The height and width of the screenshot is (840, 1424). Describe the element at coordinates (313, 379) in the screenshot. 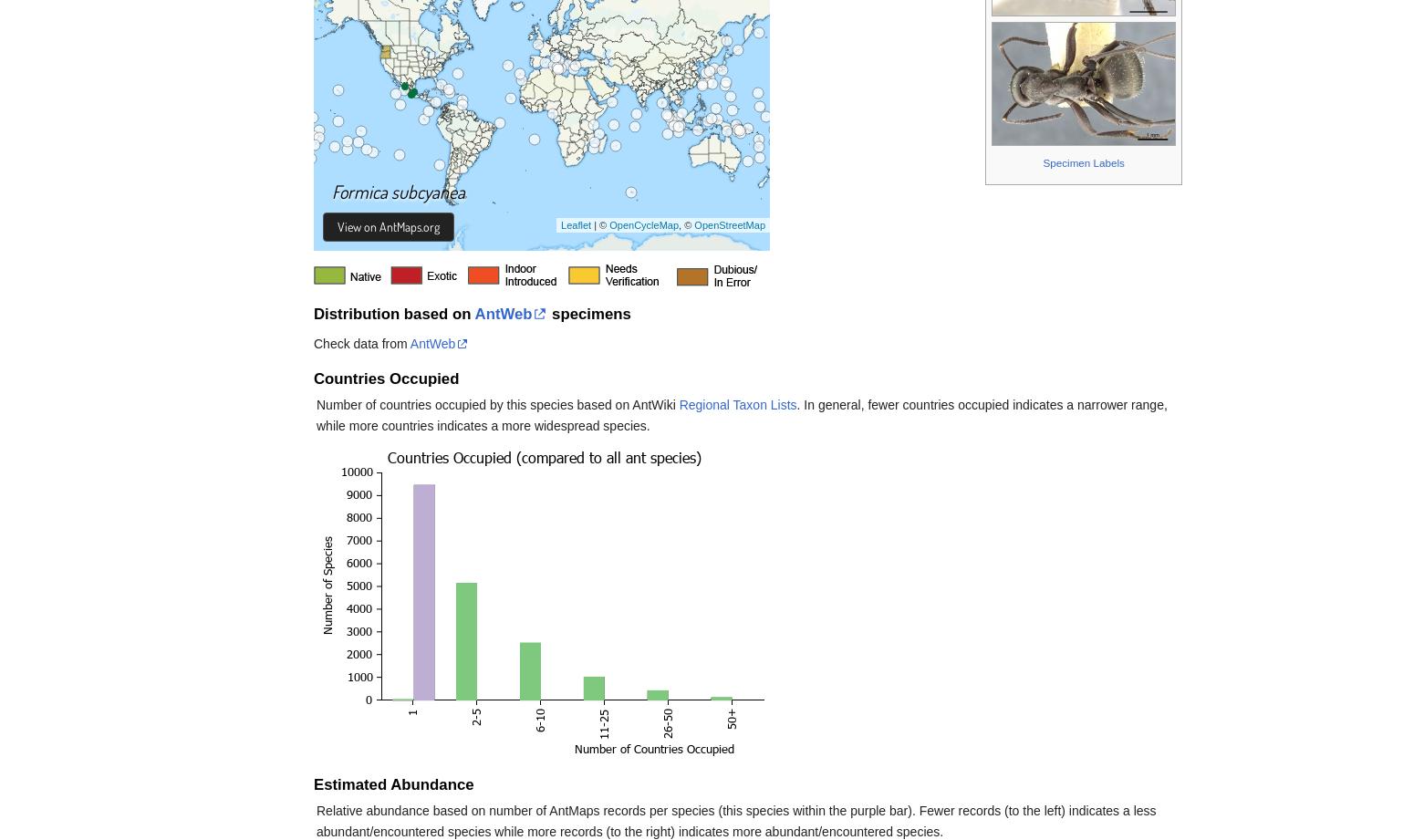

I see `'Countries Occupied'` at that location.